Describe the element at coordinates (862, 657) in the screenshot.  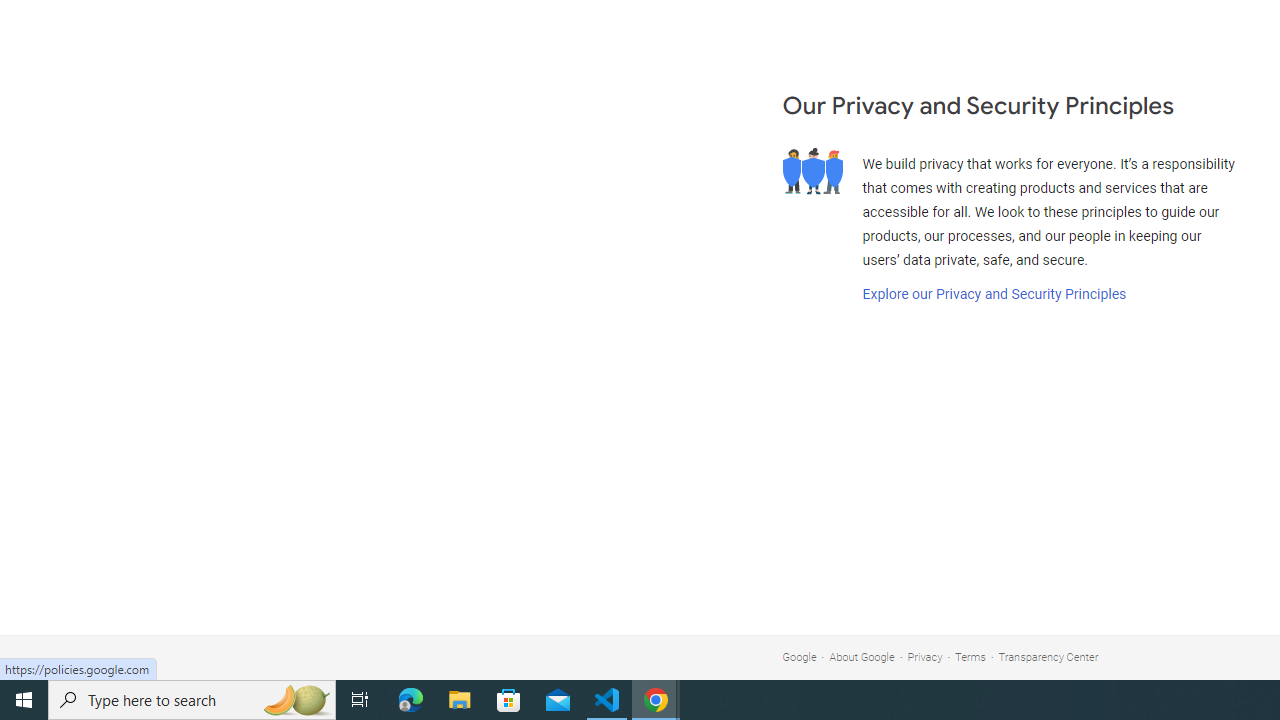
I see `'About Google'` at that location.